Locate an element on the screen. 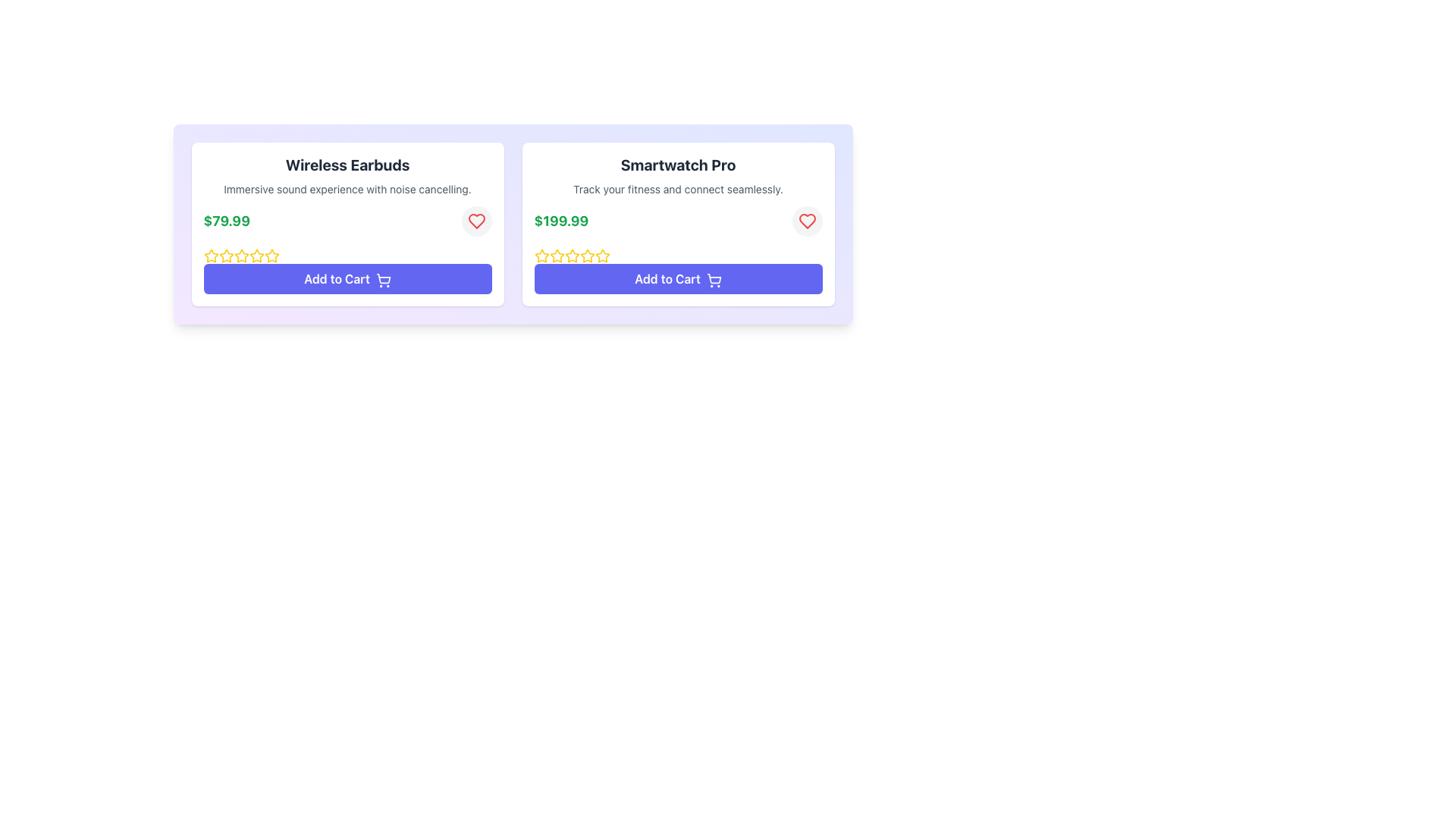  the first star icon in the 5-star rating system for the Wireless Earbuds, located below the product description and price is located at coordinates (210, 255).